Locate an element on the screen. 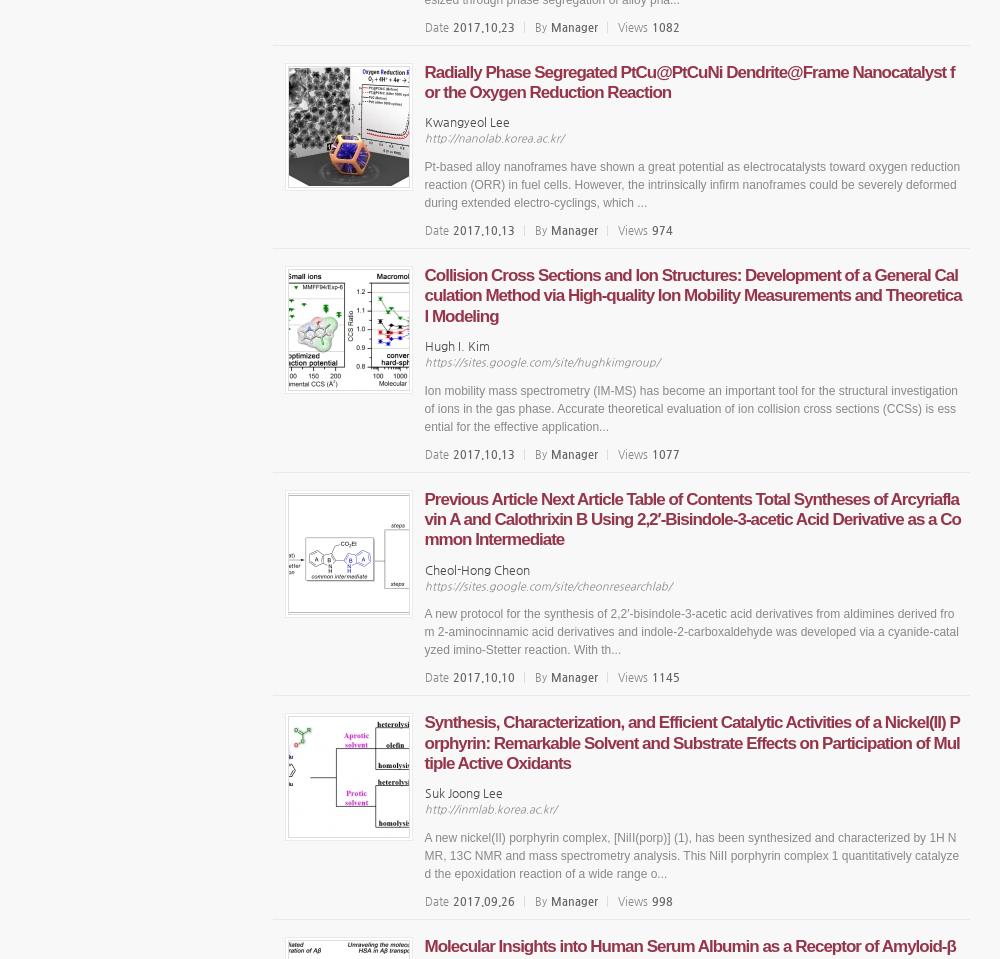  'Cheol-Hong Cheon' is located at coordinates (475, 567).